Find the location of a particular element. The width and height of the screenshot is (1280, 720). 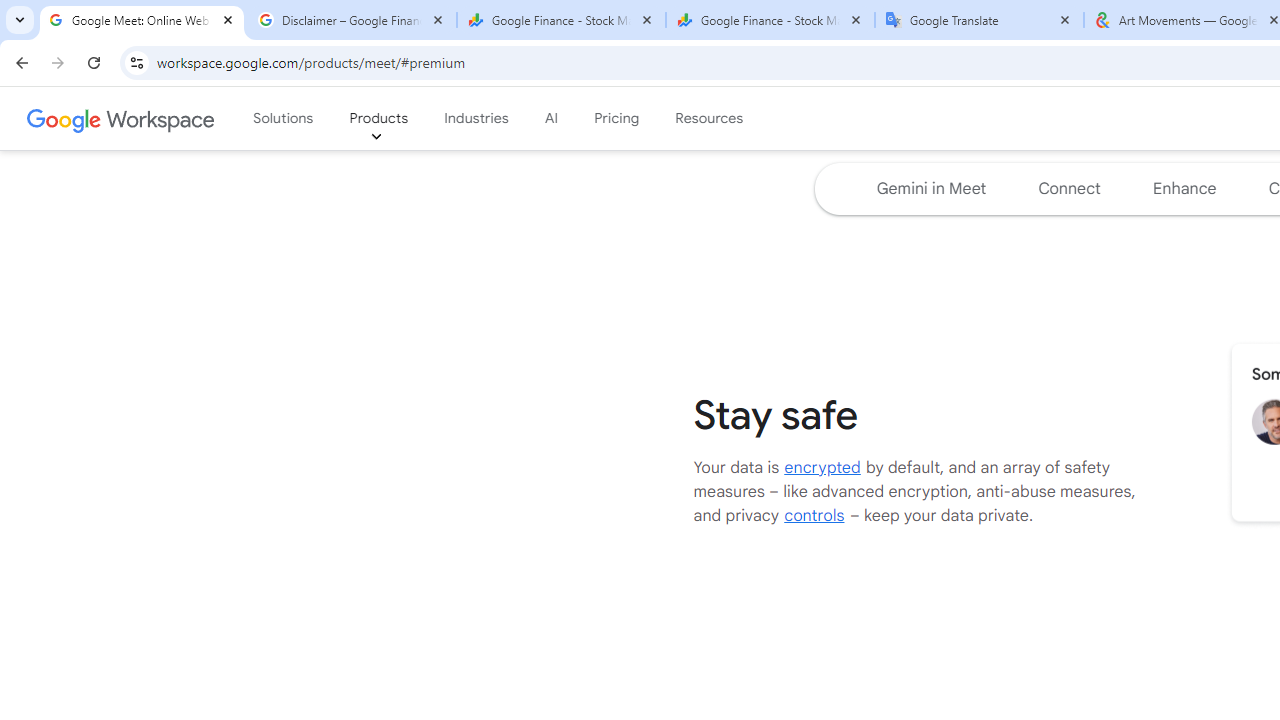

'Solutions' is located at coordinates (282, 119).